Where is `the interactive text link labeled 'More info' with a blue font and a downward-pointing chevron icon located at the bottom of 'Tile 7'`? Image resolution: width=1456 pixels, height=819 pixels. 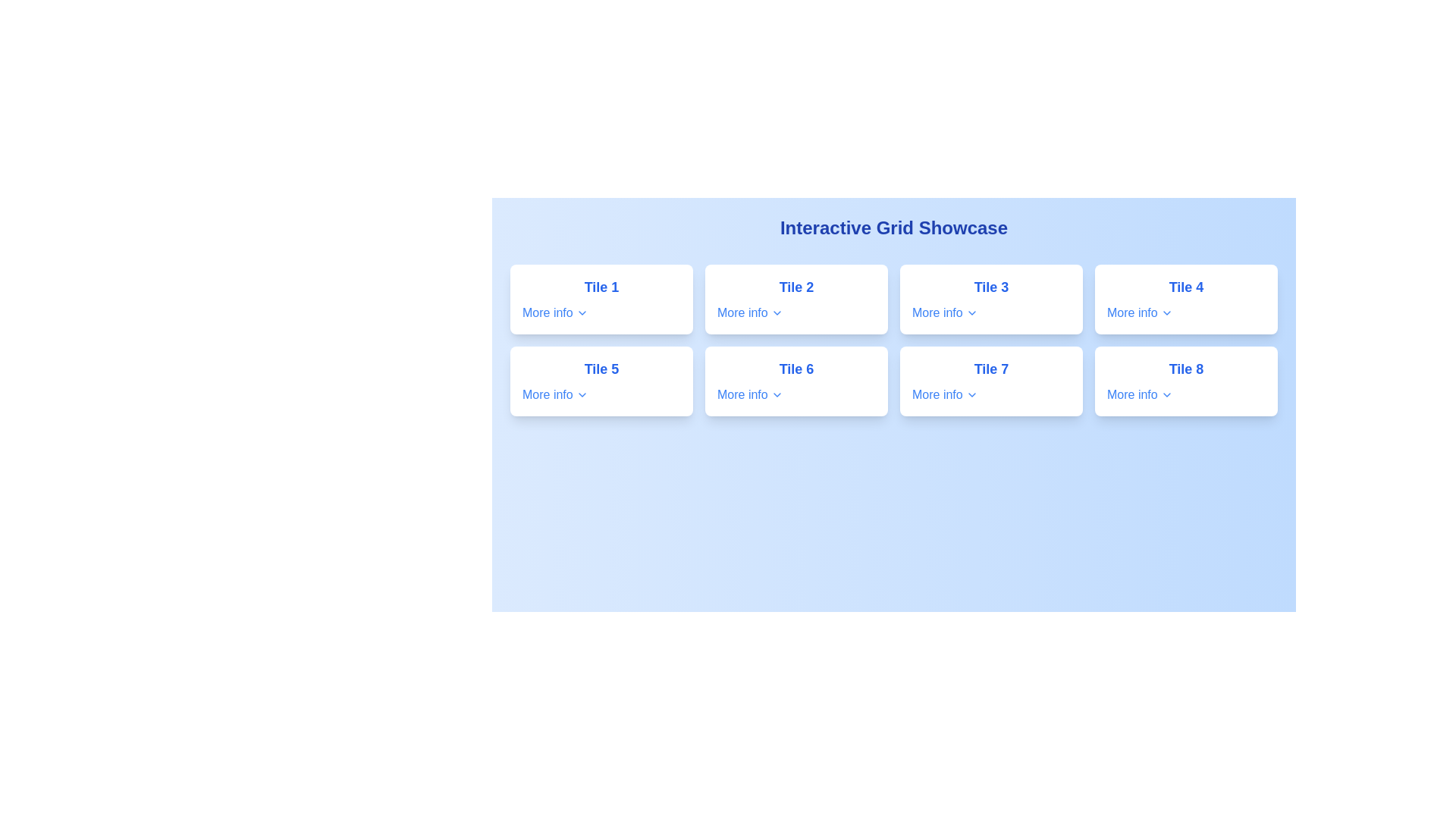 the interactive text link labeled 'More info' with a blue font and a downward-pointing chevron icon located at the bottom of 'Tile 7' is located at coordinates (944, 394).